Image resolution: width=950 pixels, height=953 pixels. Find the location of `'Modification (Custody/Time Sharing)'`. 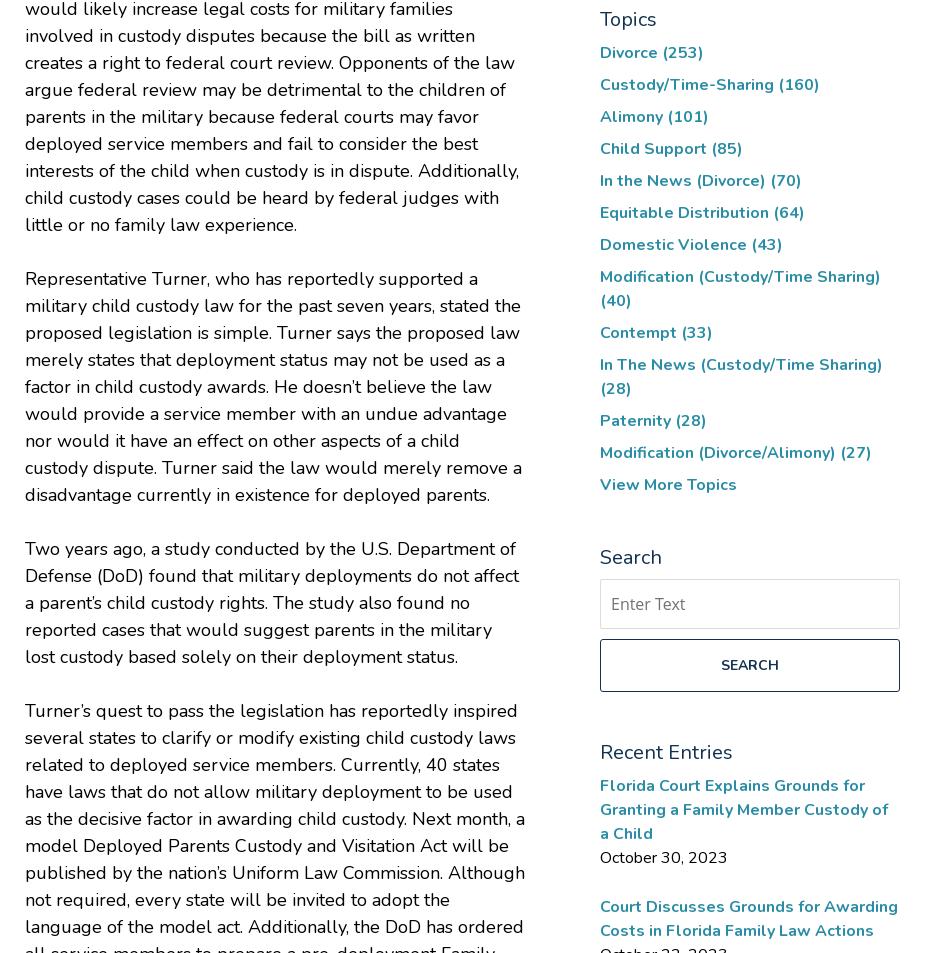

'Modification (Custody/Time Sharing)' is located at coordinates (739, 274).